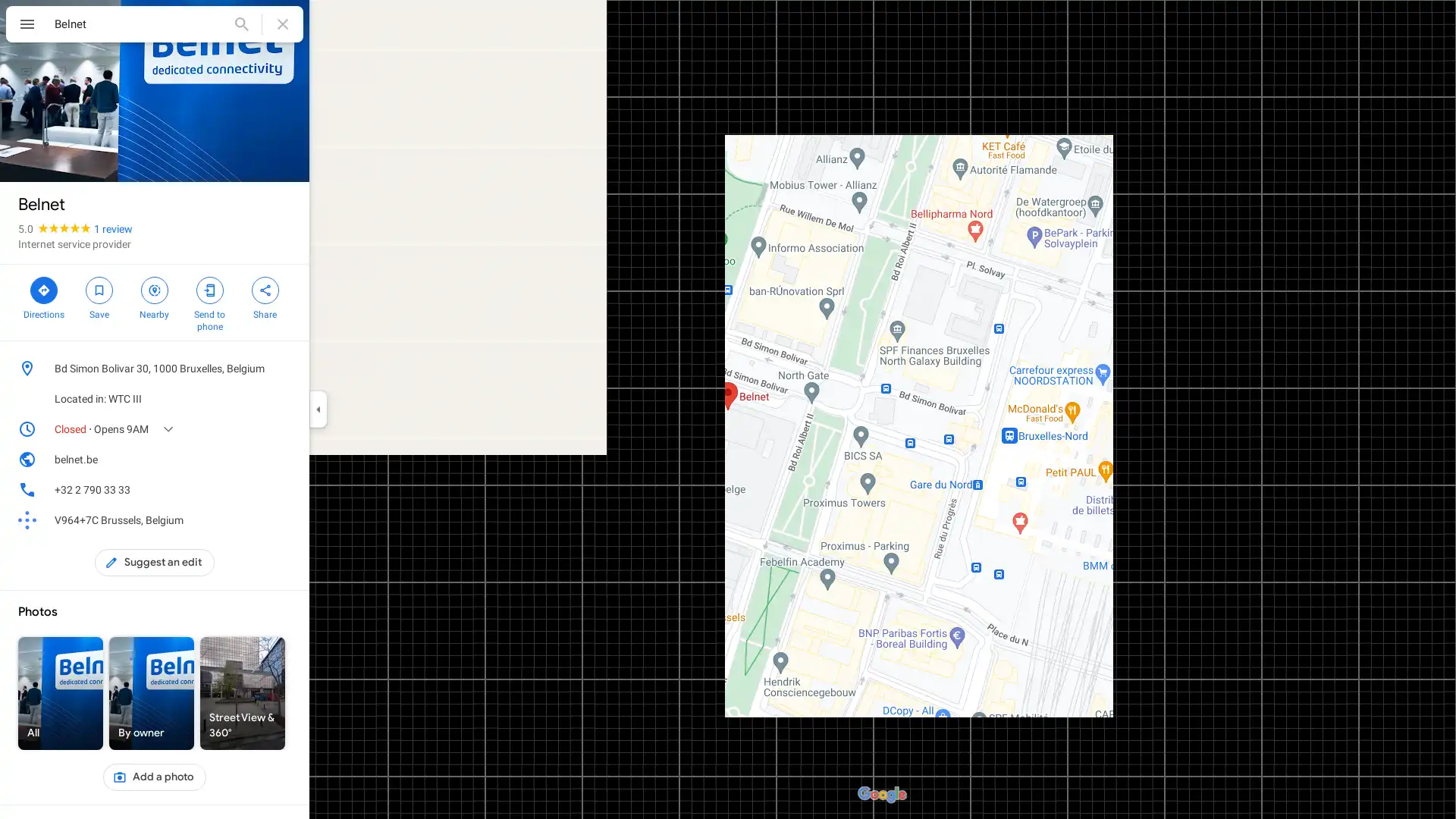 The width and height of the screenshot is (1456, 819). Describe the element at coordinates (317, 409) in the screenshot. I see `Collapse side panel` at that location.